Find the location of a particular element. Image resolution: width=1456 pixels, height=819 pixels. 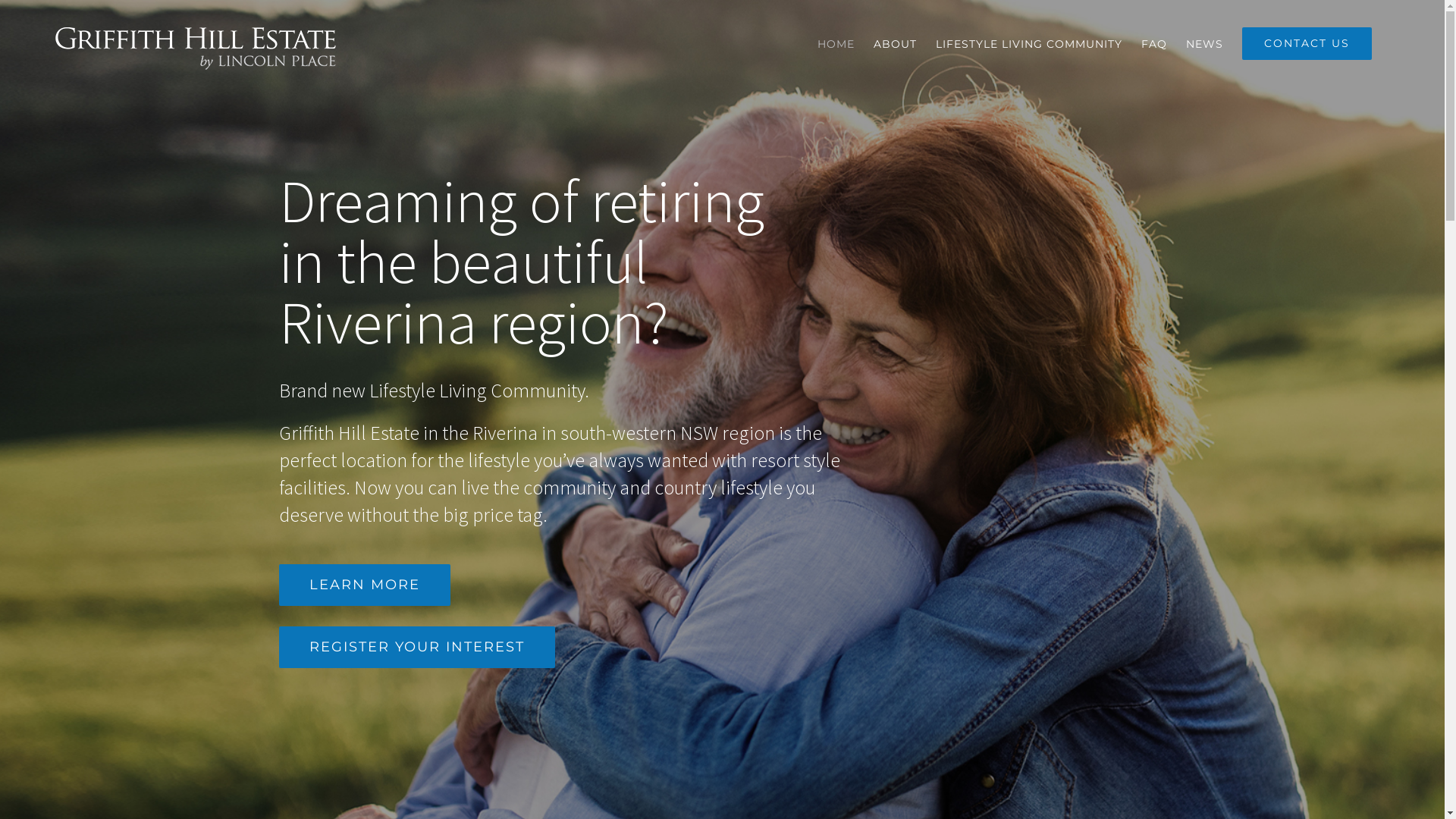

'REGISTER YOUR INTEREST' is located at coordinates (417, 647).